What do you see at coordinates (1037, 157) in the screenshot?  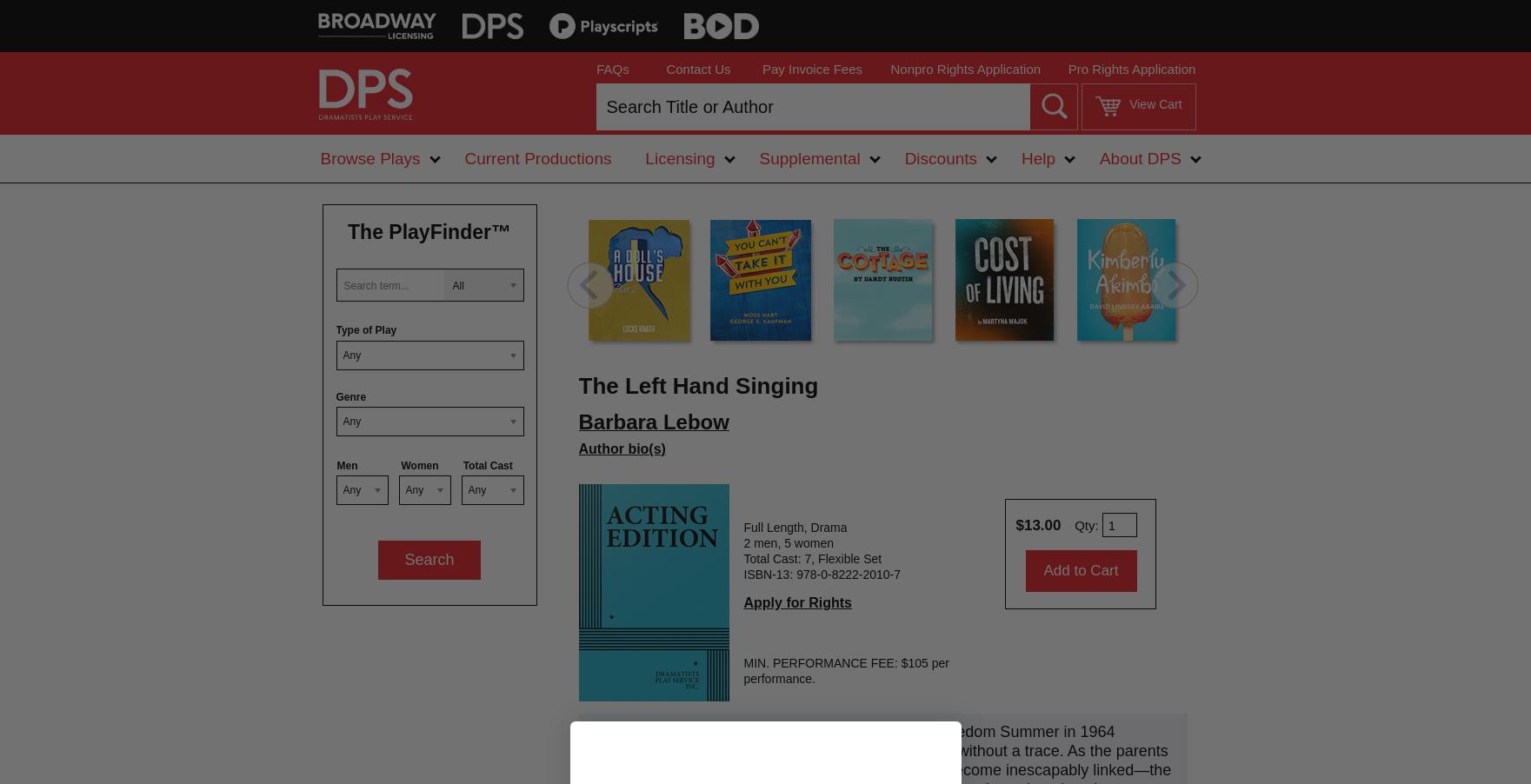 I see `'Help'` at bounding box center [1037, 157].